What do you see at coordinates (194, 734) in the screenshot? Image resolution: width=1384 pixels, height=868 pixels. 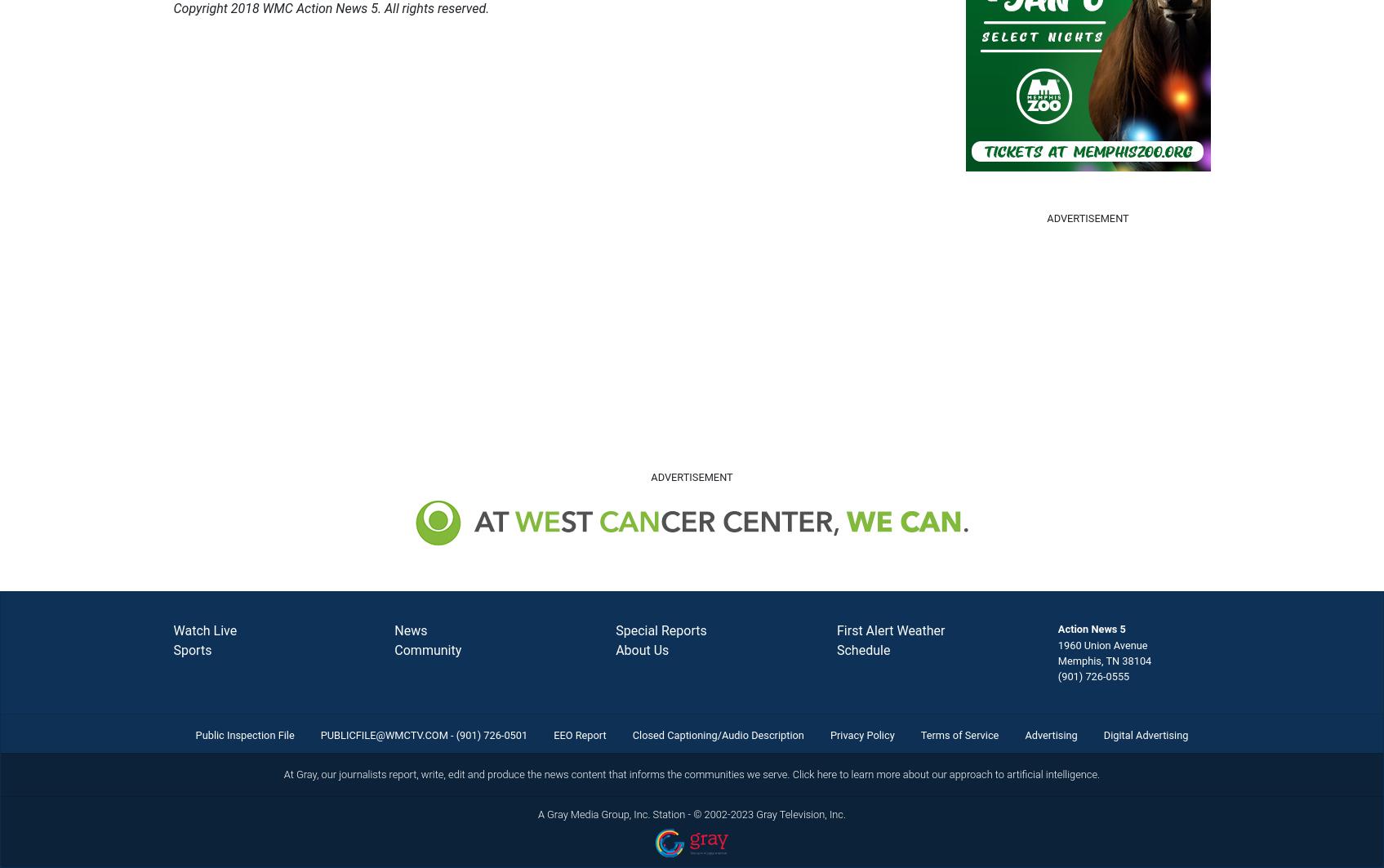 I see `'Public Inspection File'` at bounding box center [194, 734].